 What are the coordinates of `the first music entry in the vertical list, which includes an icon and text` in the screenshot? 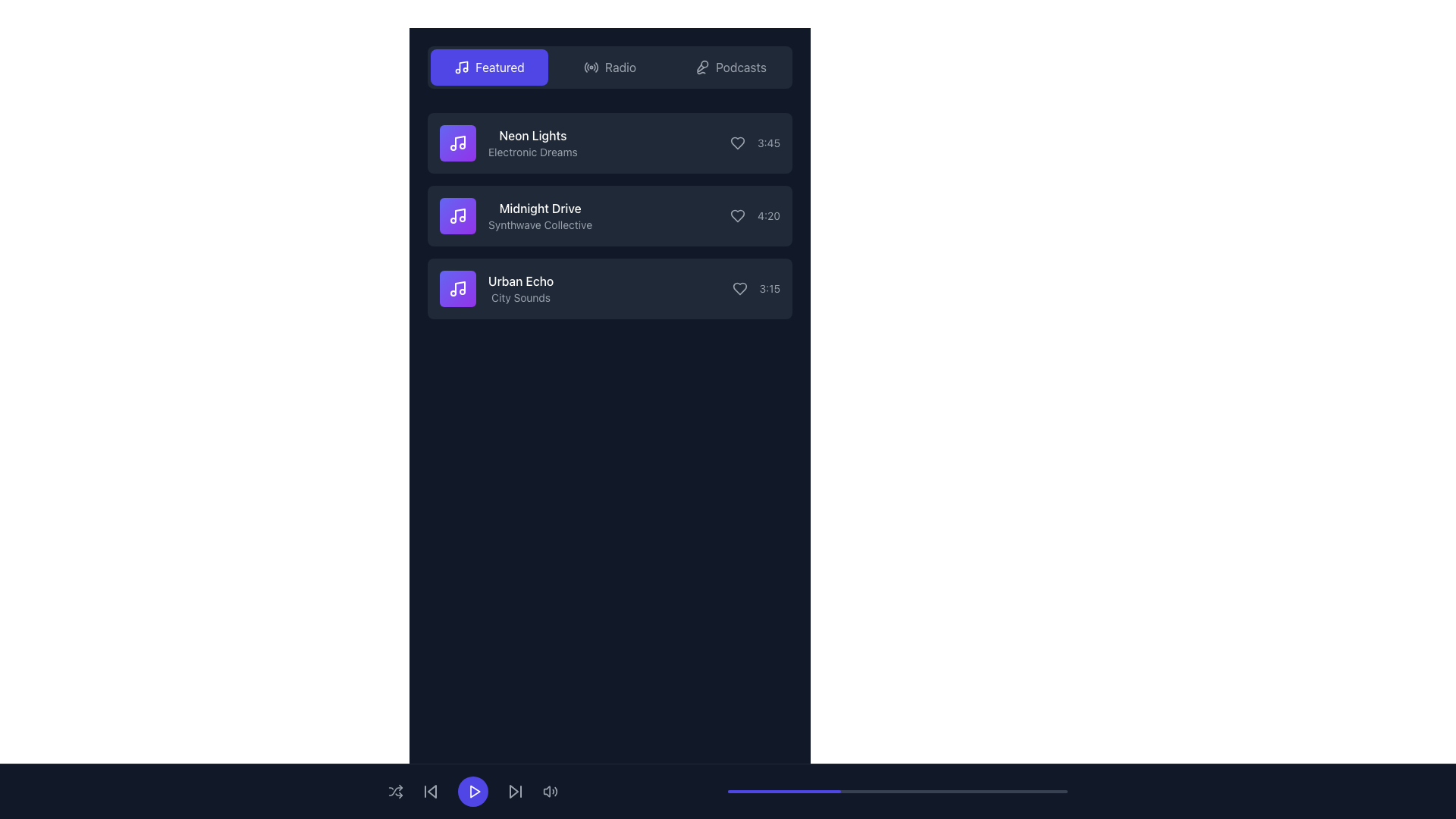 It's located at (508, 143).